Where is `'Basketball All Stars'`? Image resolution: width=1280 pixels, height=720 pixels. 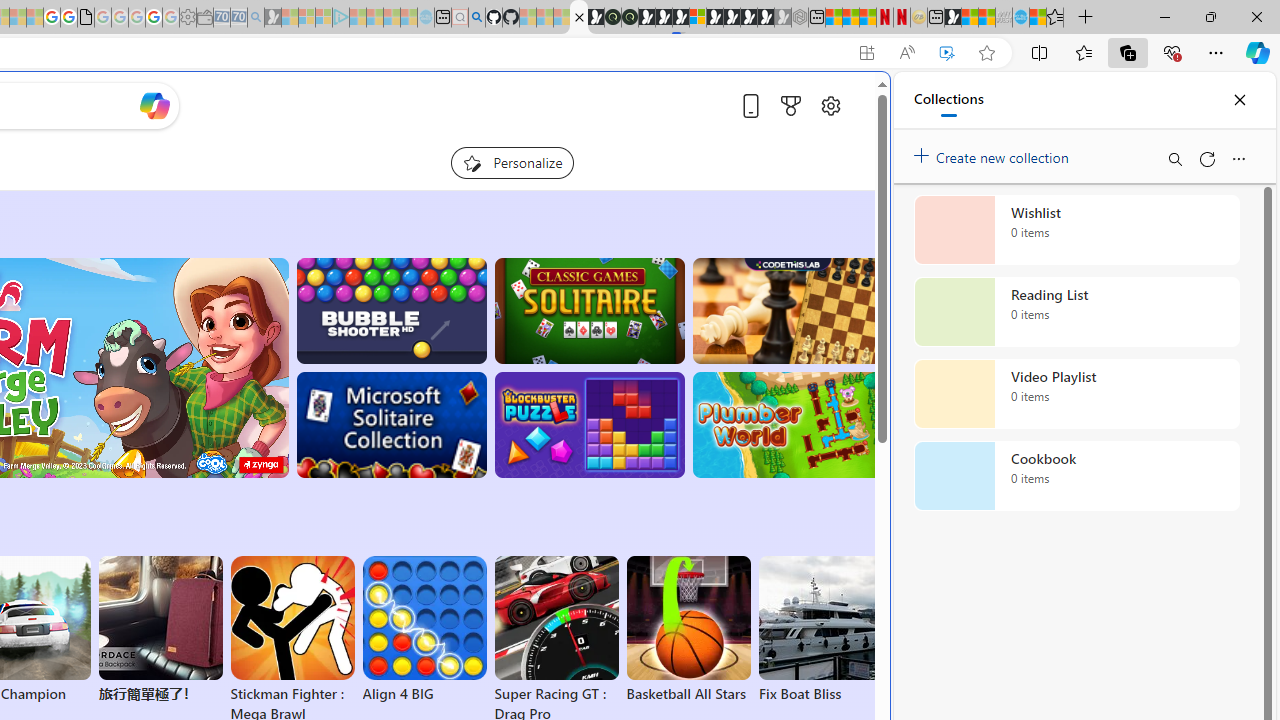 'Basketball All Stars' is located at coordinates (688, 630).